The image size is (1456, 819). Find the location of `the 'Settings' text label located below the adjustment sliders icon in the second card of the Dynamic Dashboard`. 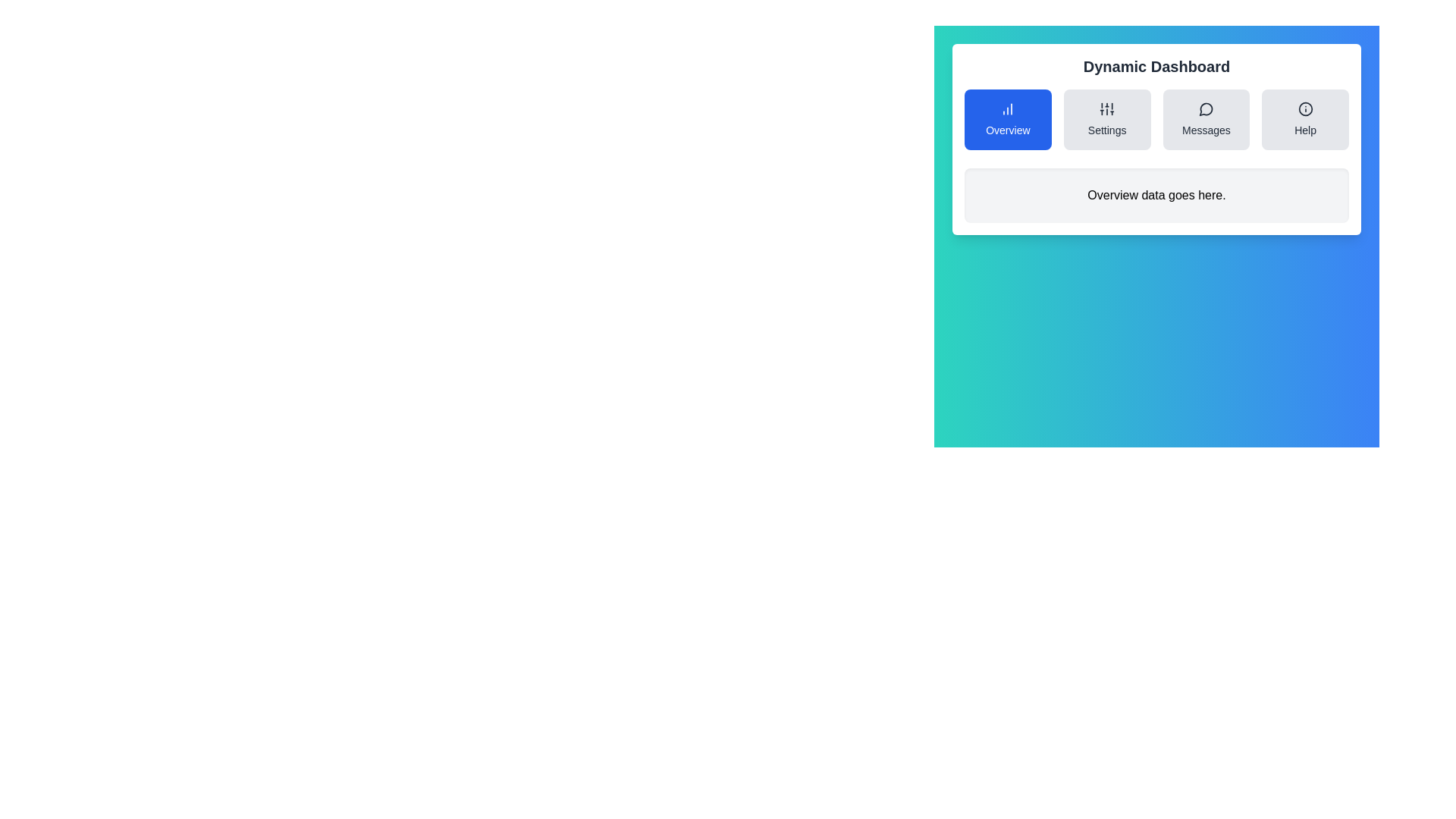

the 'Settings' text label located below the adjustment sliders icon in the second card of the Dynamic Dashboard is located at coordinates (1107, 130).